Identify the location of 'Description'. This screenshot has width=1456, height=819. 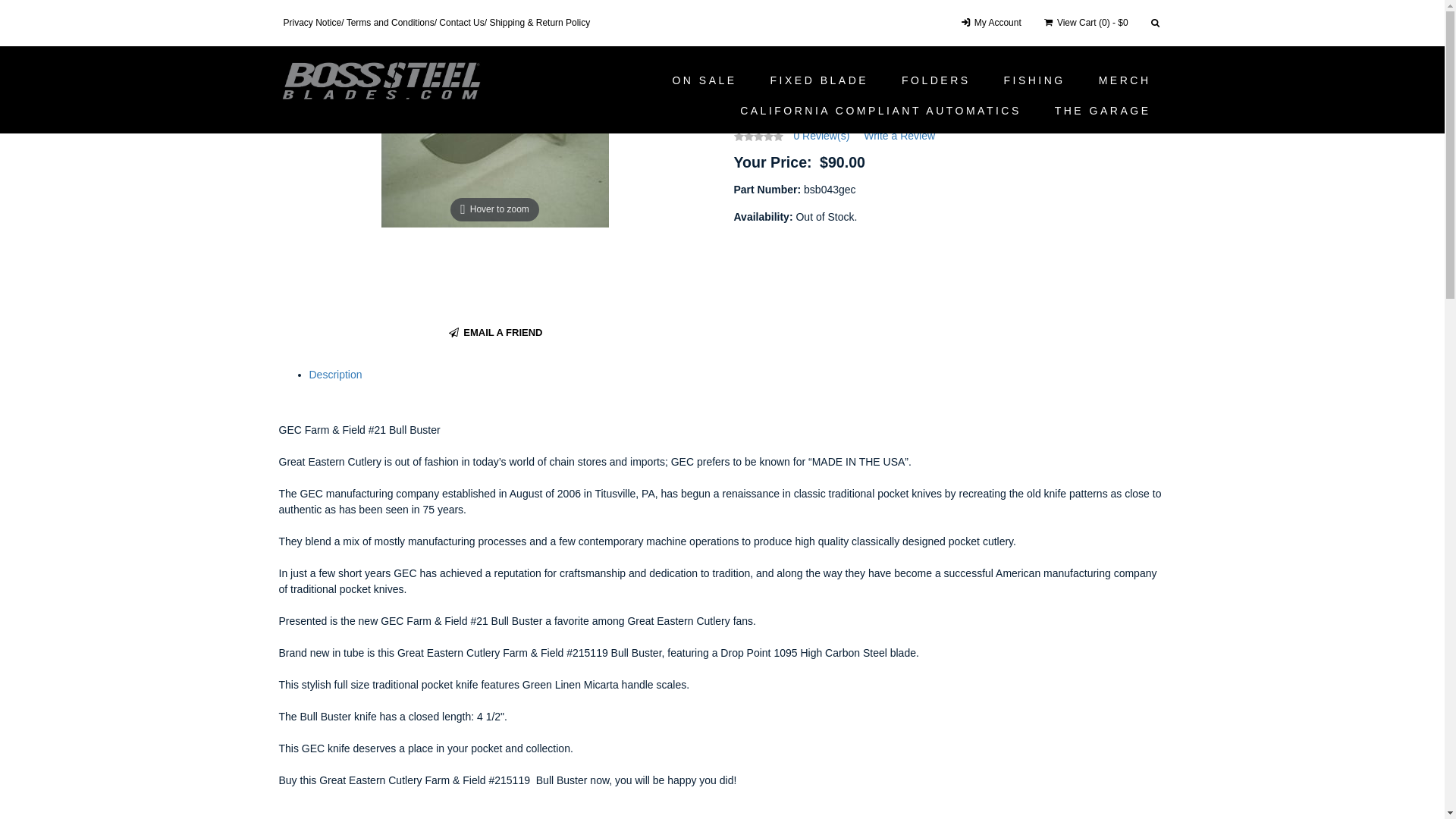
(309, 374).